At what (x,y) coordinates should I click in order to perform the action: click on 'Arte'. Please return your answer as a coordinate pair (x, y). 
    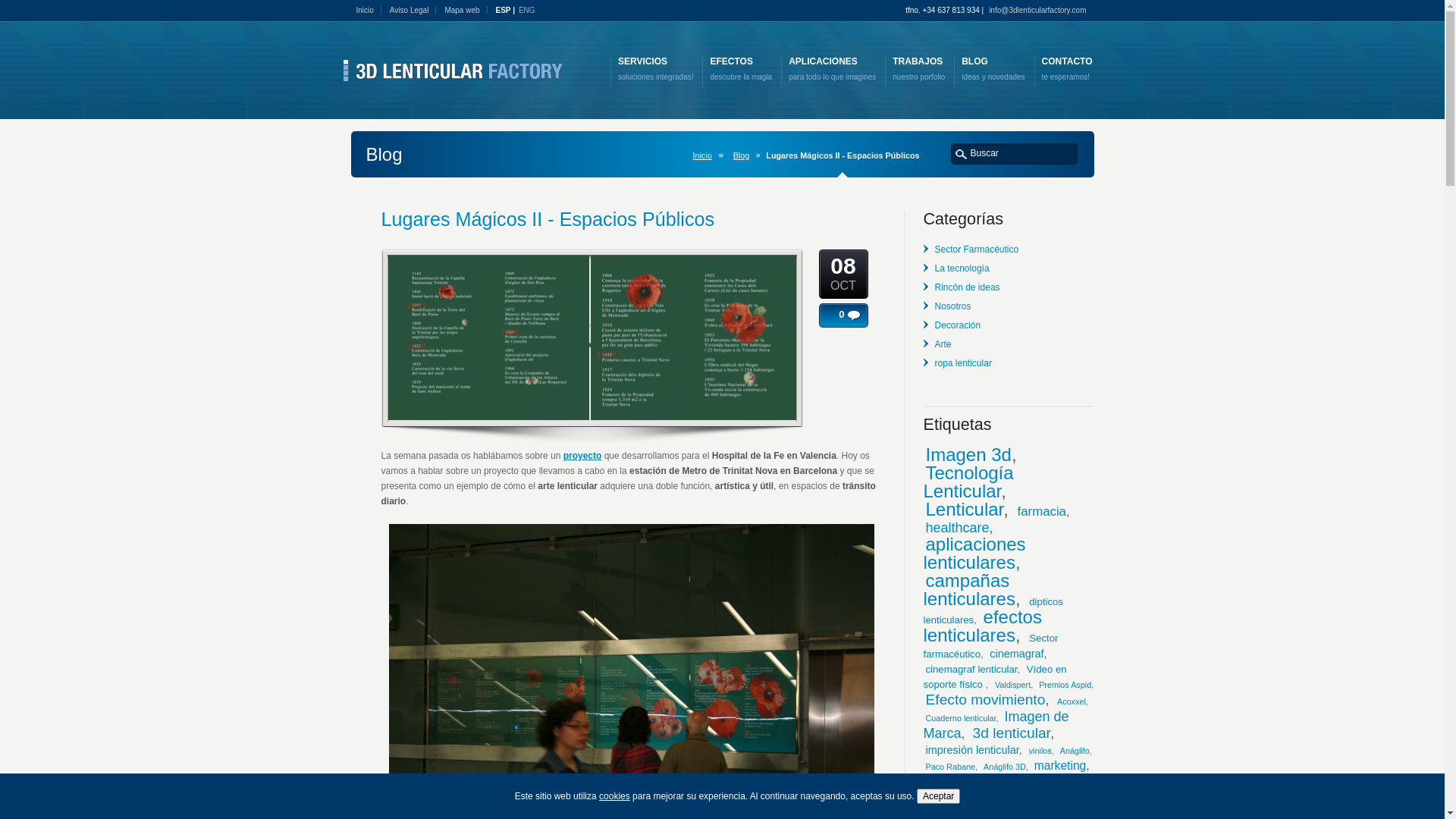
    Looking at the image, I should click on (942, 344).